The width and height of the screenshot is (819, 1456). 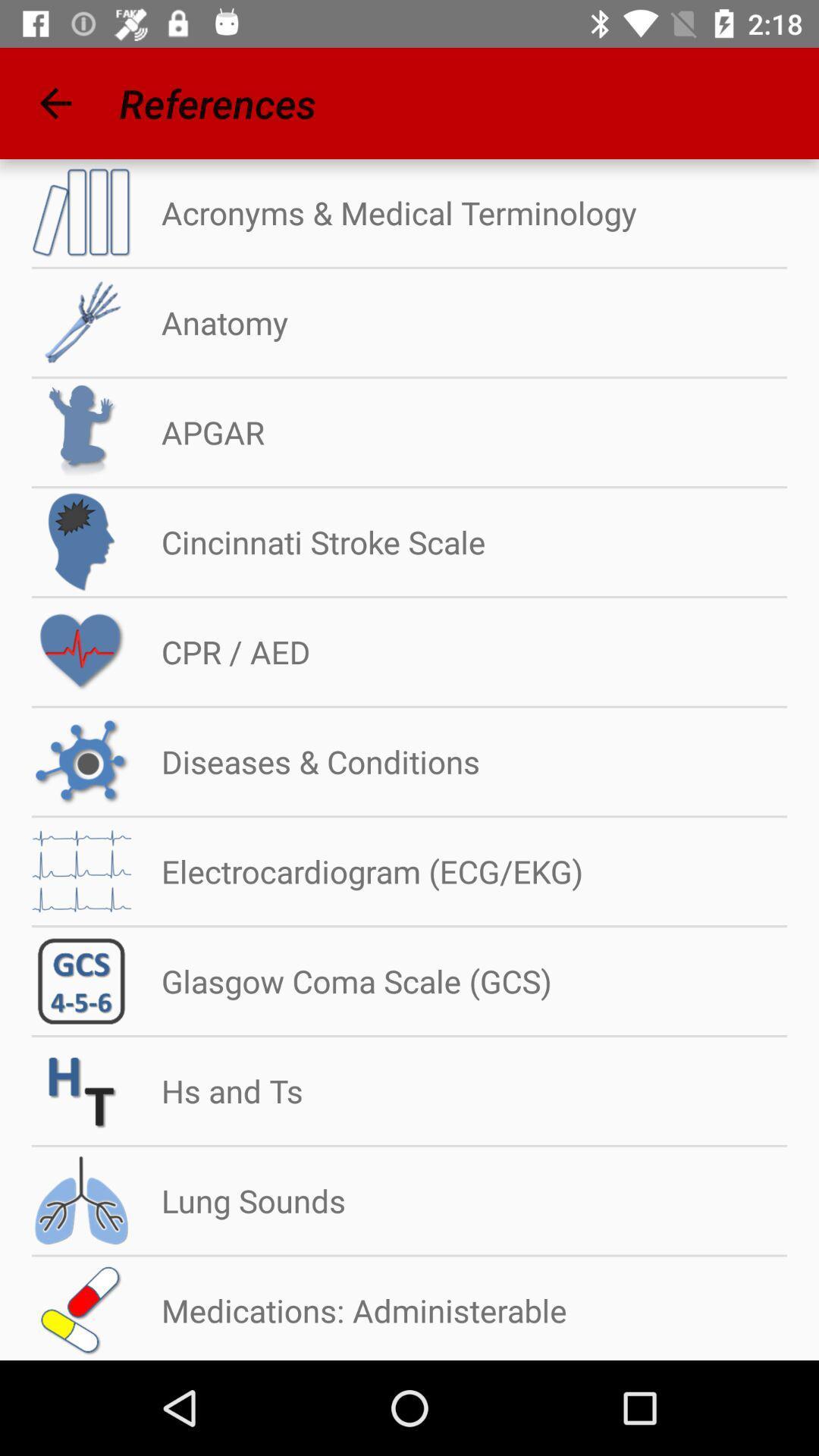 I want to click on icon next to references app, so click(x=55, y=102).